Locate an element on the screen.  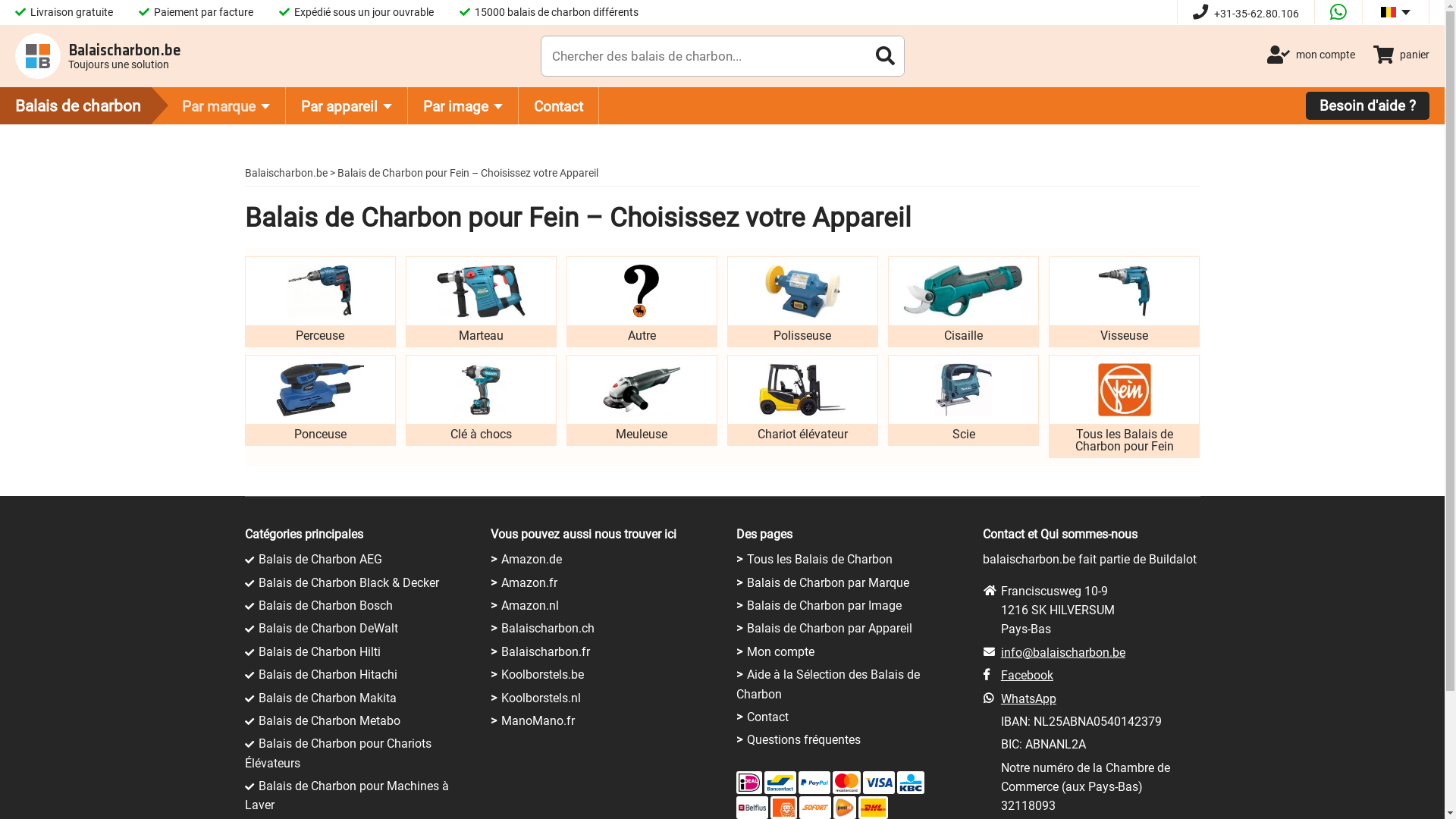
'Par appareil' is located at coordinates (346, 105).